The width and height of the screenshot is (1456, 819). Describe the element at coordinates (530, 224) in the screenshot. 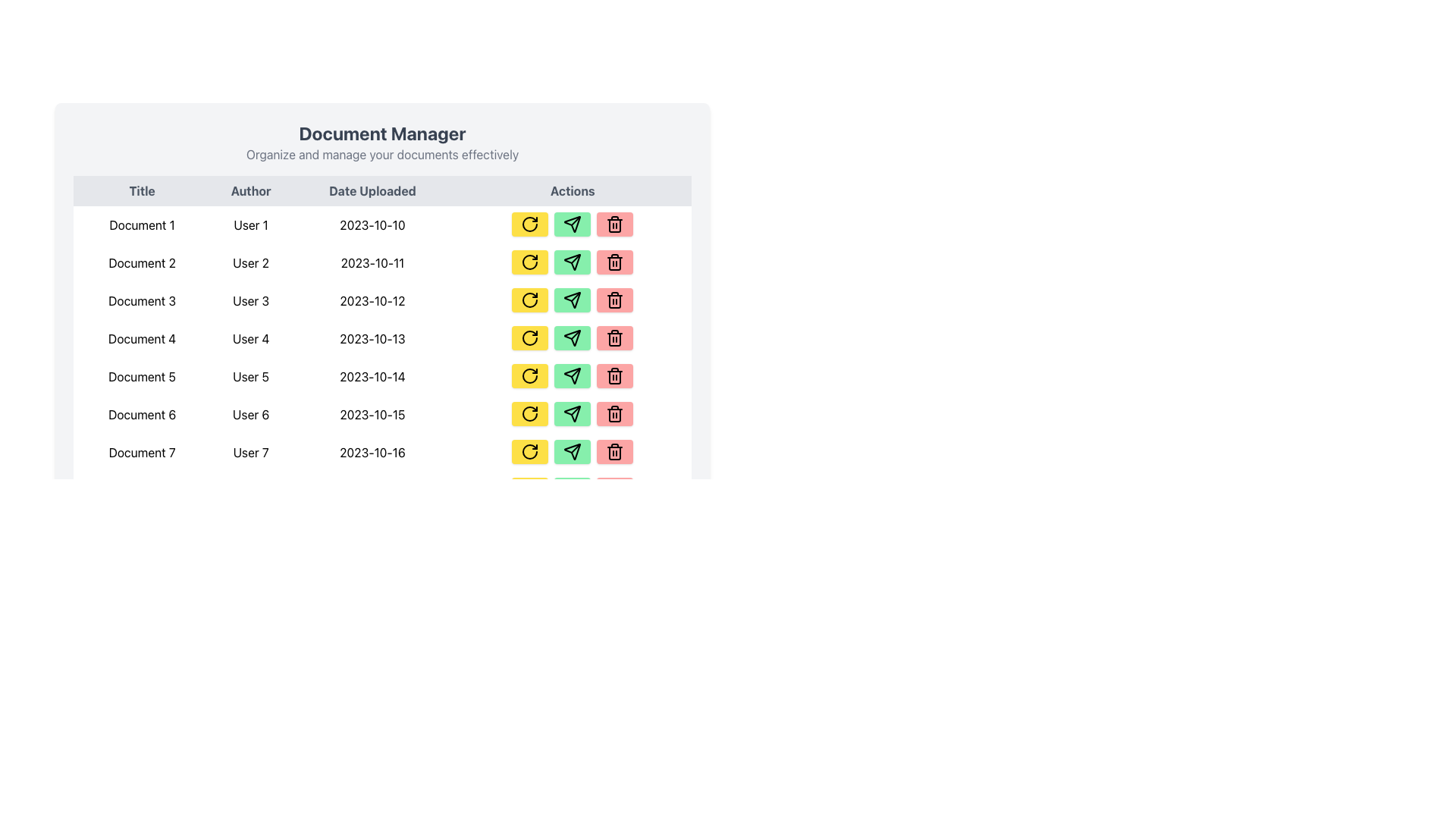

I see `the refresh icon located in the 'Actions' column of the first row in the 'Document Manager' table` at that location.